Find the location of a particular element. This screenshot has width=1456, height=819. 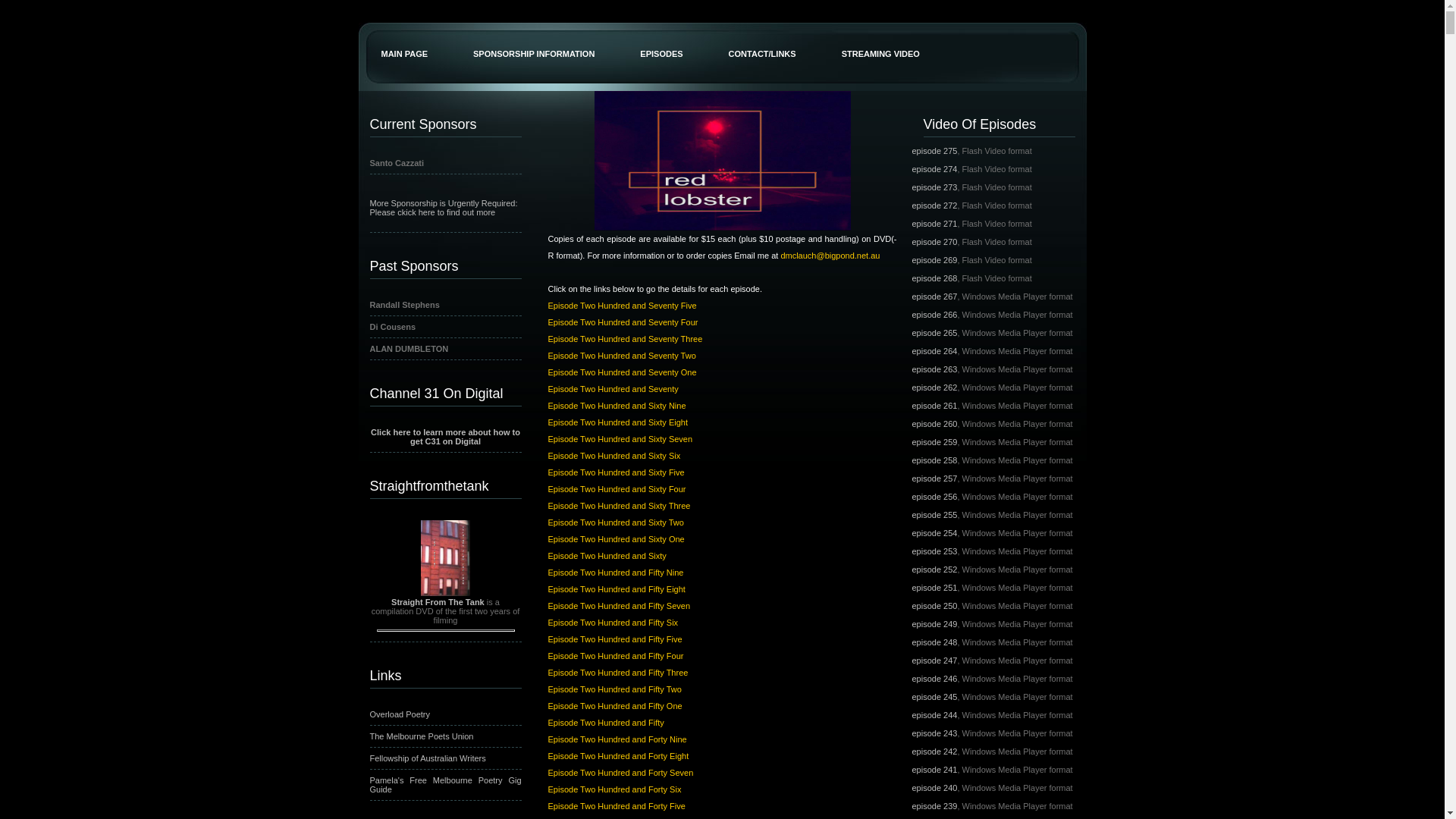

'Episode Two Hundred and Fifty One' is located at coordinates (614, 705).